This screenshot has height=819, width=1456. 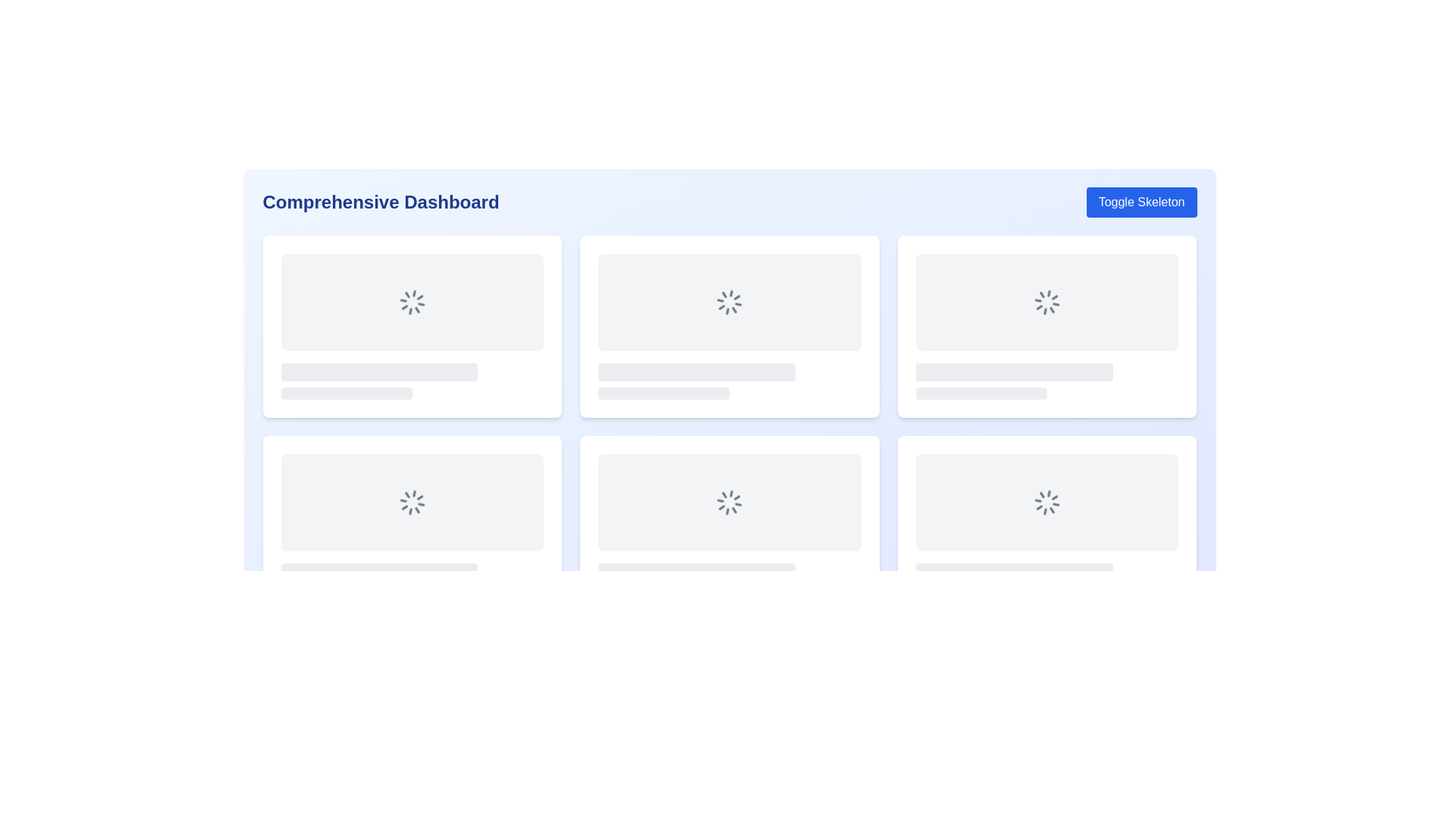 I want to click on the middle card in the top row of the 3x3 grid layout, which serves as a loading indicator for content being fetched or processed, so click(x=730, y=326).